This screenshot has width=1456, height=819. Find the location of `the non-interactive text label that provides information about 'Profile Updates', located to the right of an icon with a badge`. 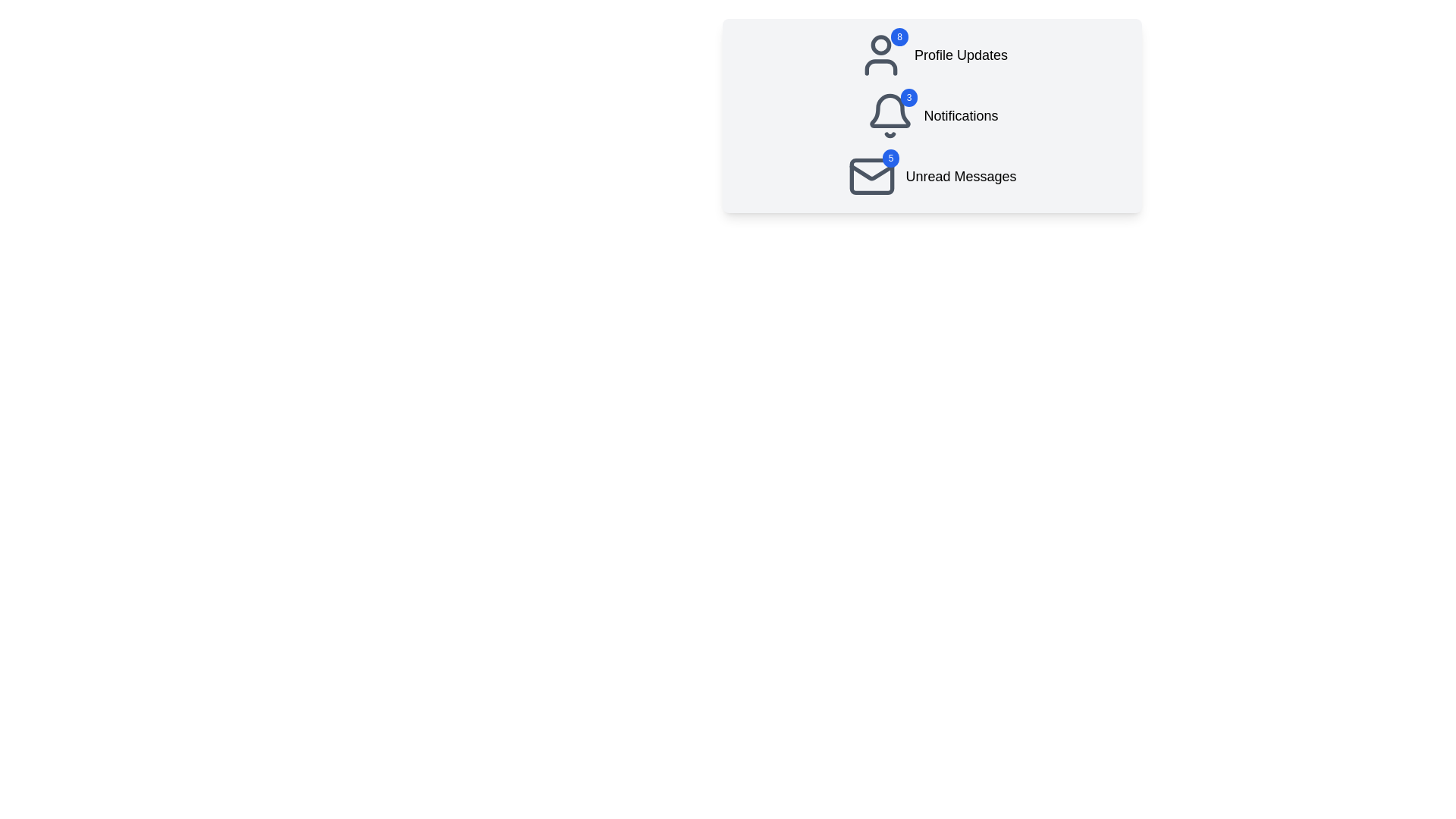

the non-interactive text label that provides information about 'Profile Updates', located to the right of an icon with a badge is located at coordinates (960, 55).